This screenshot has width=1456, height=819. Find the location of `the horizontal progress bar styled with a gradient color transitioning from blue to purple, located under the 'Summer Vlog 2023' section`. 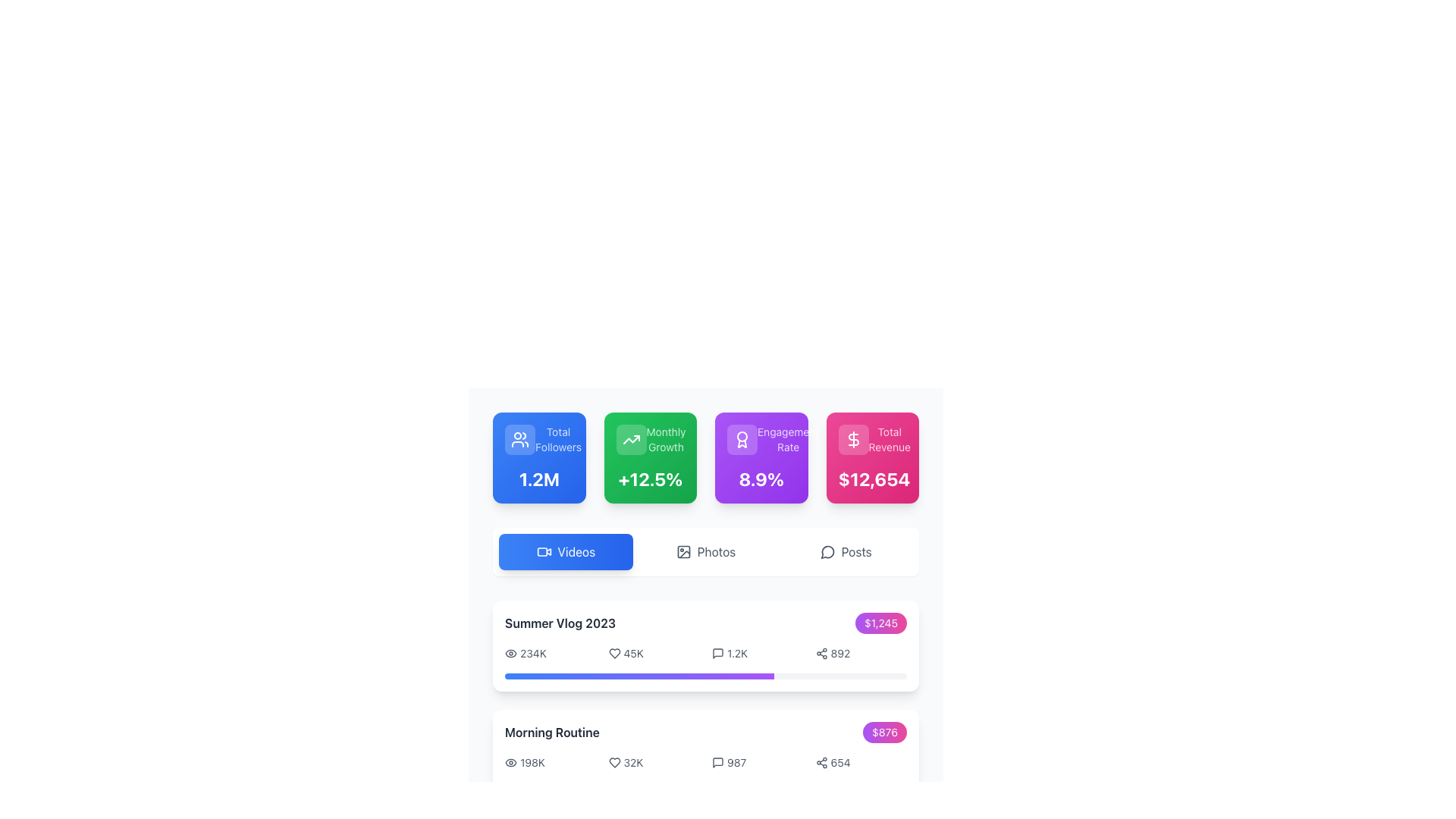

the horizontal progress bar styled with a gradient color transitioning from blue to purple, located under the 'Summer Vlog 2023' section is located at coordinates (639, 675).